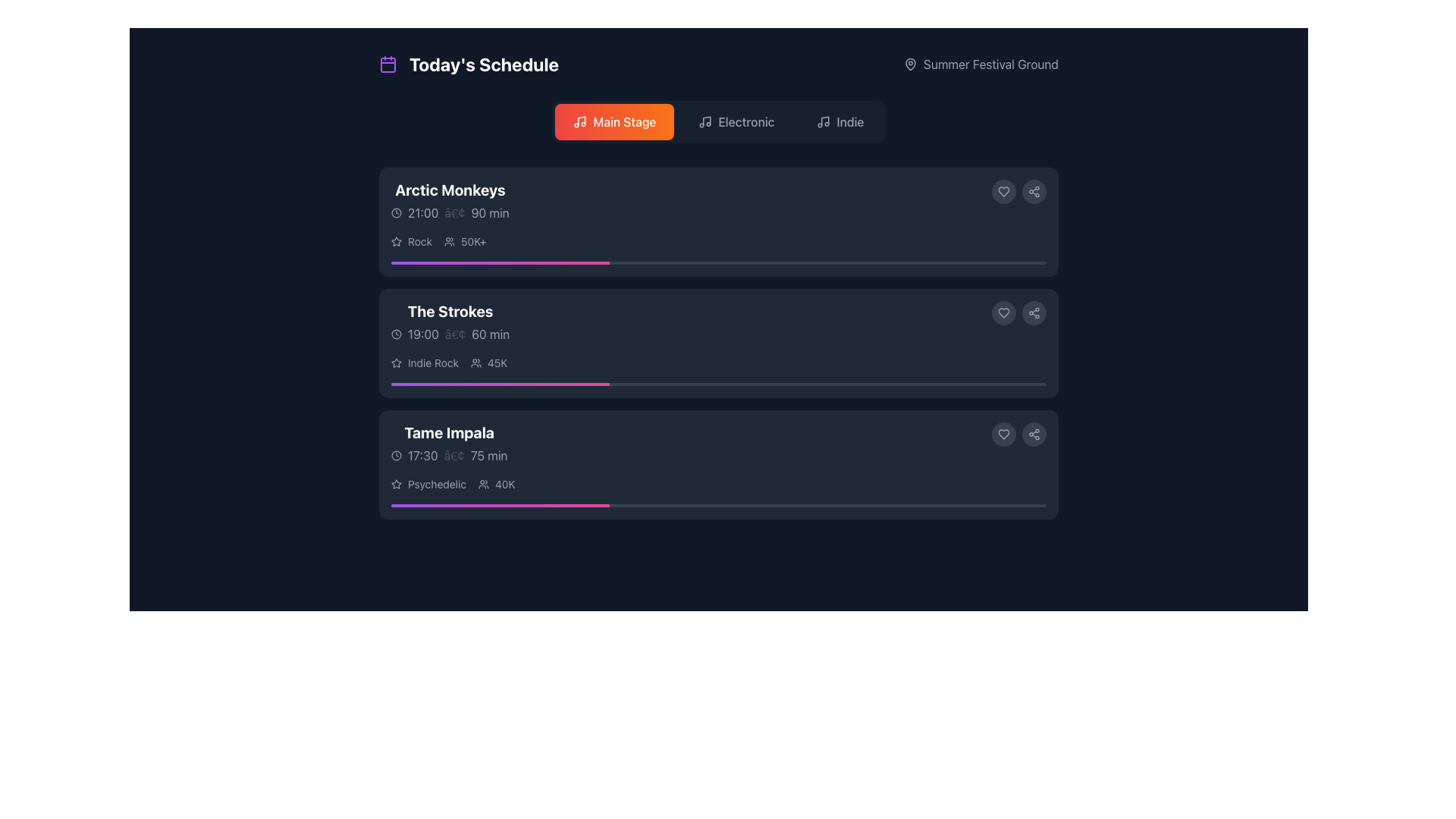 Image resolution: width=1456 pixels, height=819 pixels. Describe the element at coordinates (1033, 312) in the screenshot. I see `the circular Icon button featuring a sharing icon with three interconnected circles` at that location.